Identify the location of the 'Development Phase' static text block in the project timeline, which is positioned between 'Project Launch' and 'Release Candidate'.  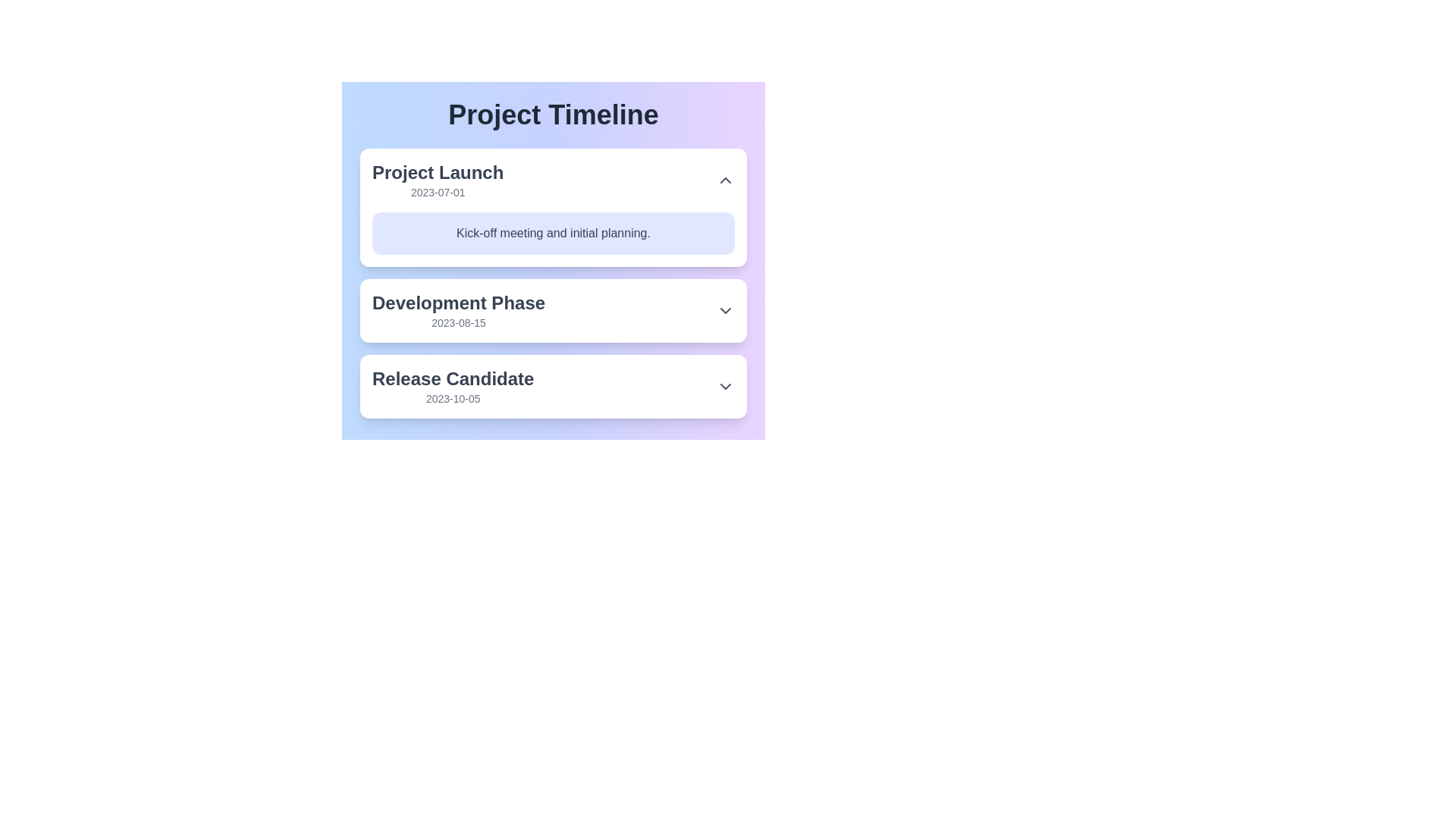
(457, 309).